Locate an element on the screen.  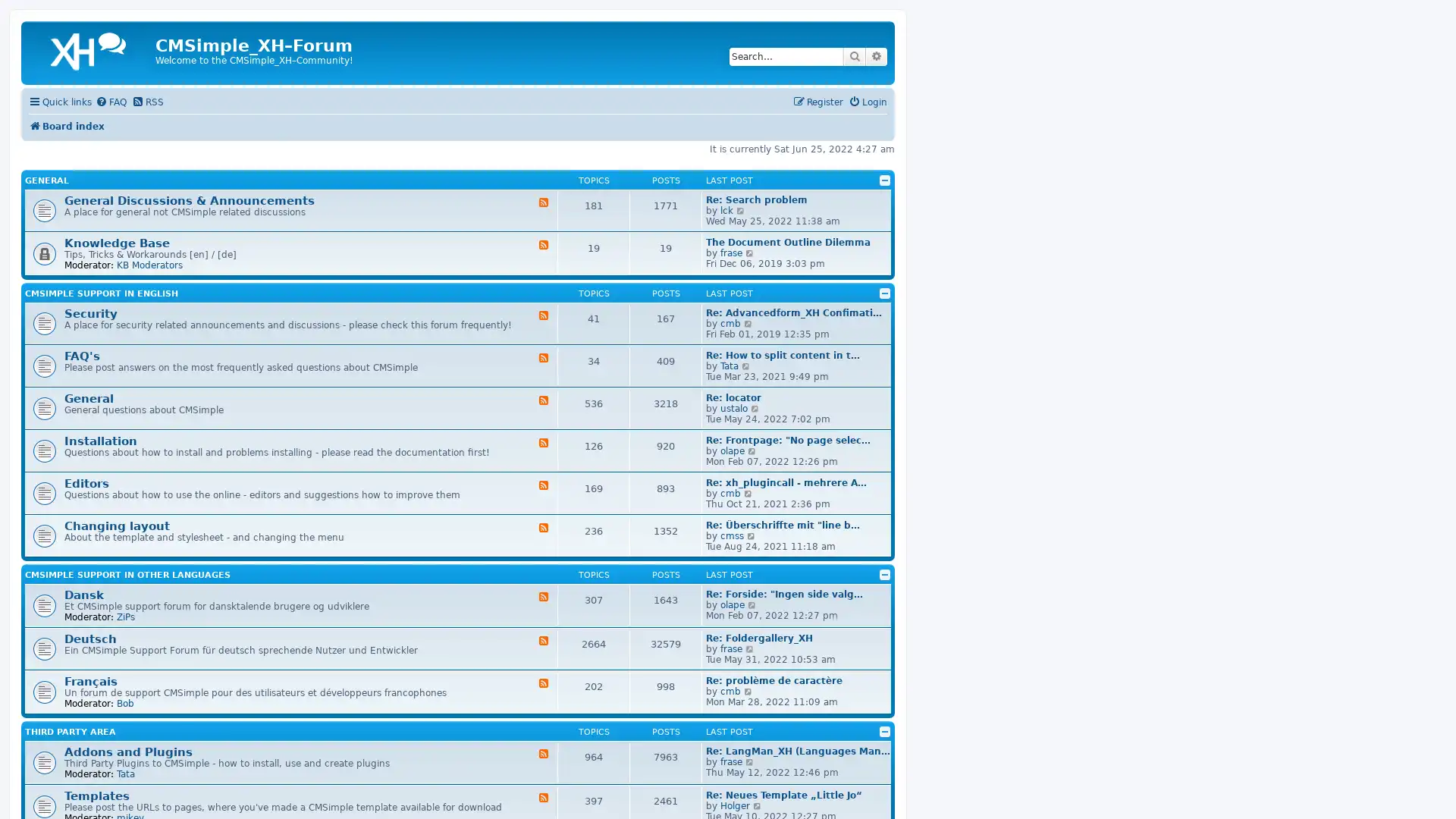
Search is located at coordinates (855, 55).